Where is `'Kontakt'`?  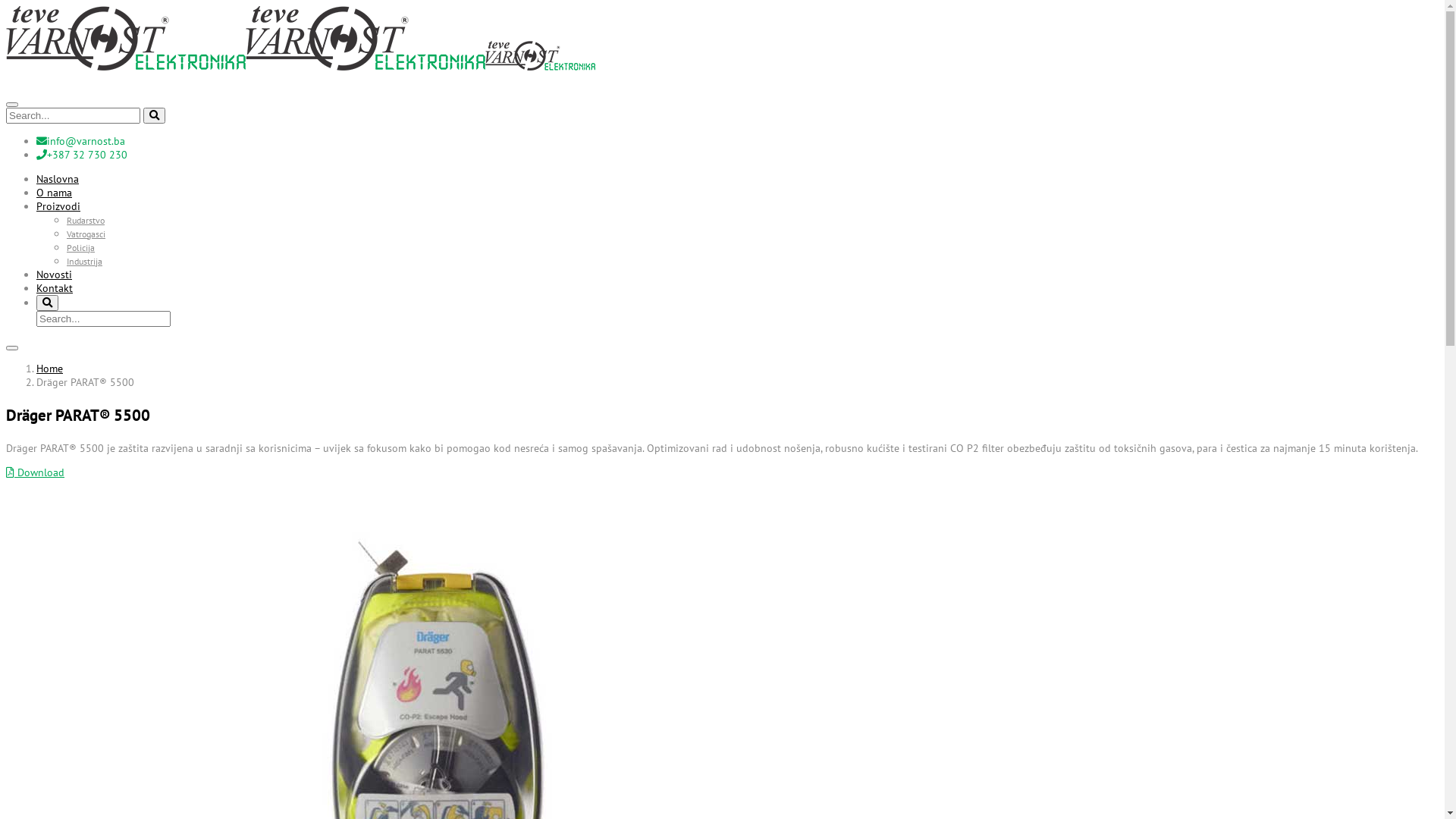 'Kontakt' is located at coordinates (36, 287).